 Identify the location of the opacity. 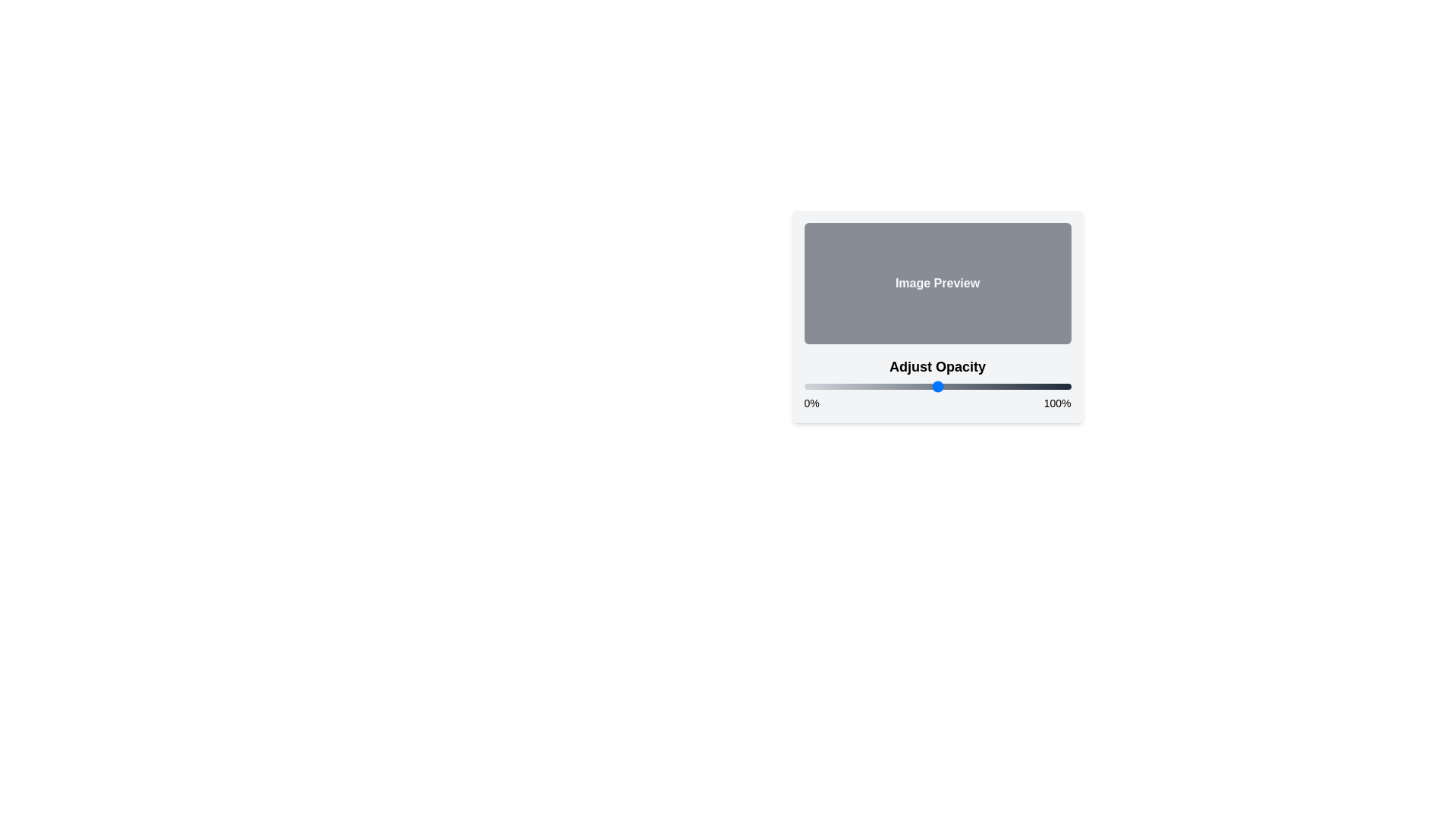
(990, 385).